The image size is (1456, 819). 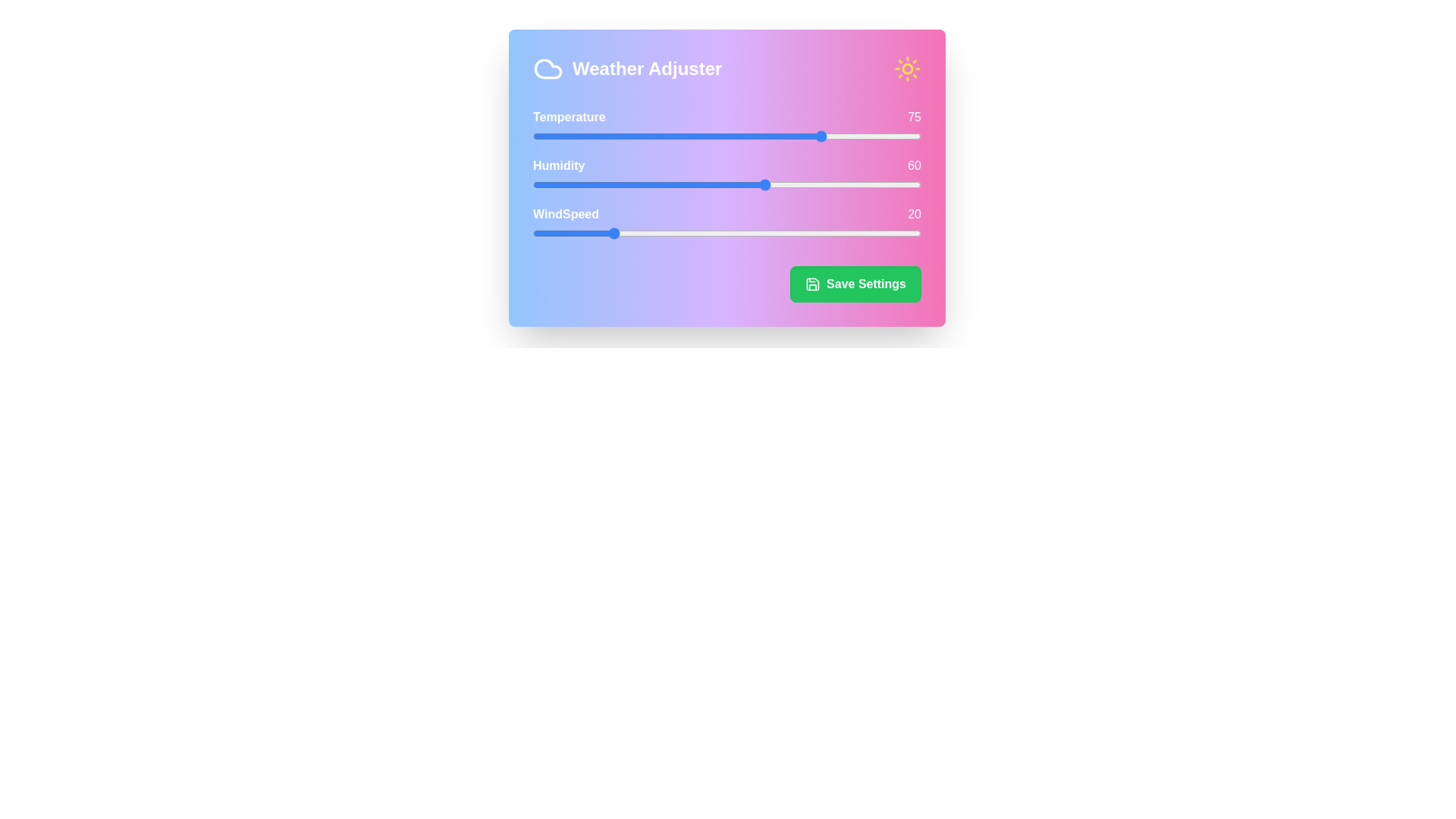 What do you see at coordinates (653, 234) in the screenshot?
I see `the wind speed` at bounding box center [653, 234].